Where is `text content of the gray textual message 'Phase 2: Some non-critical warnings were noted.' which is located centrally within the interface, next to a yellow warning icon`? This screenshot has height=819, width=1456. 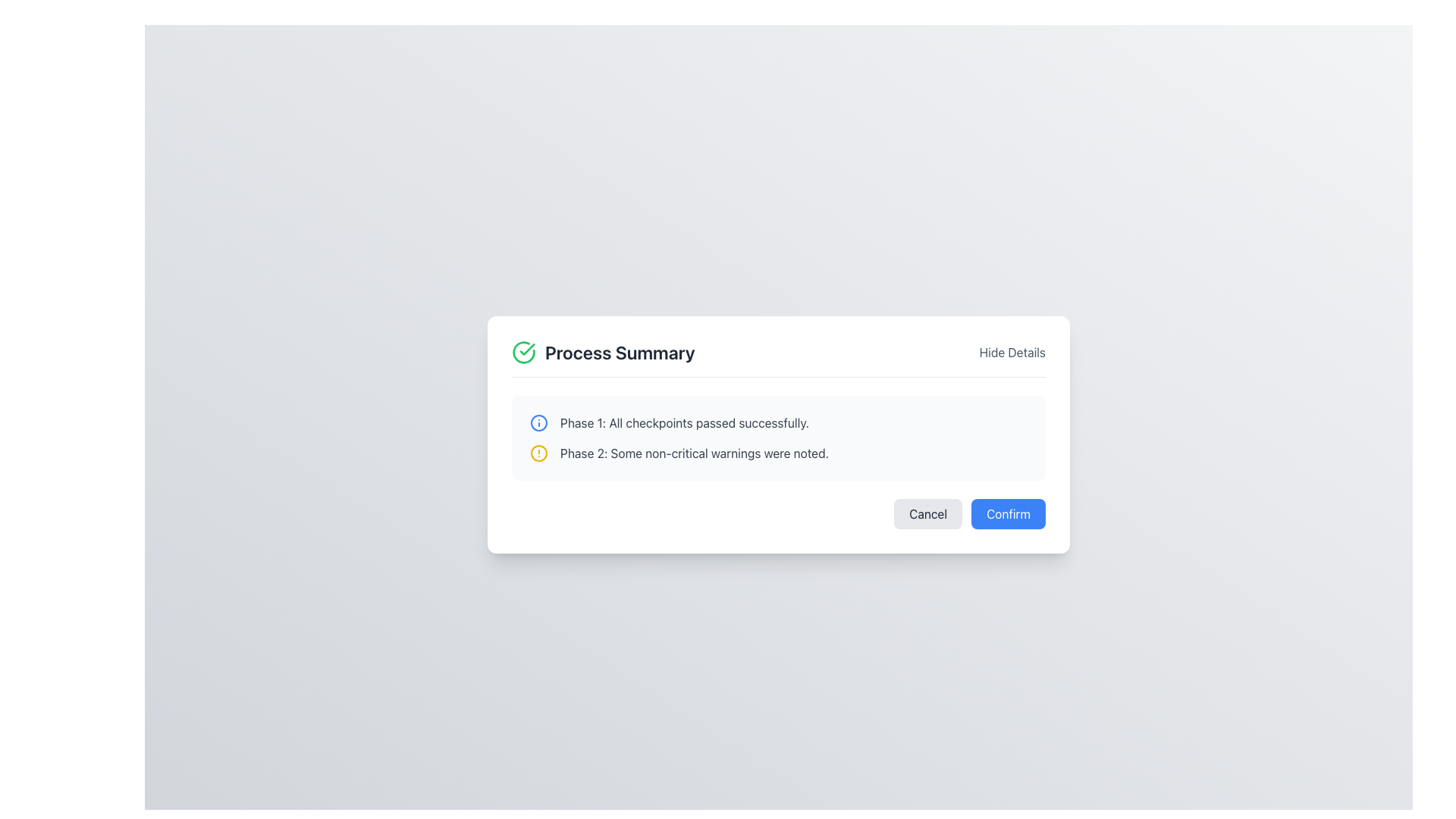 text content of the gray textual message 'Phase 2: Some non-critical warnings were noted.' which is located centrally within the interface, next to a yellow warning icon is located at coordinates (694, 452).